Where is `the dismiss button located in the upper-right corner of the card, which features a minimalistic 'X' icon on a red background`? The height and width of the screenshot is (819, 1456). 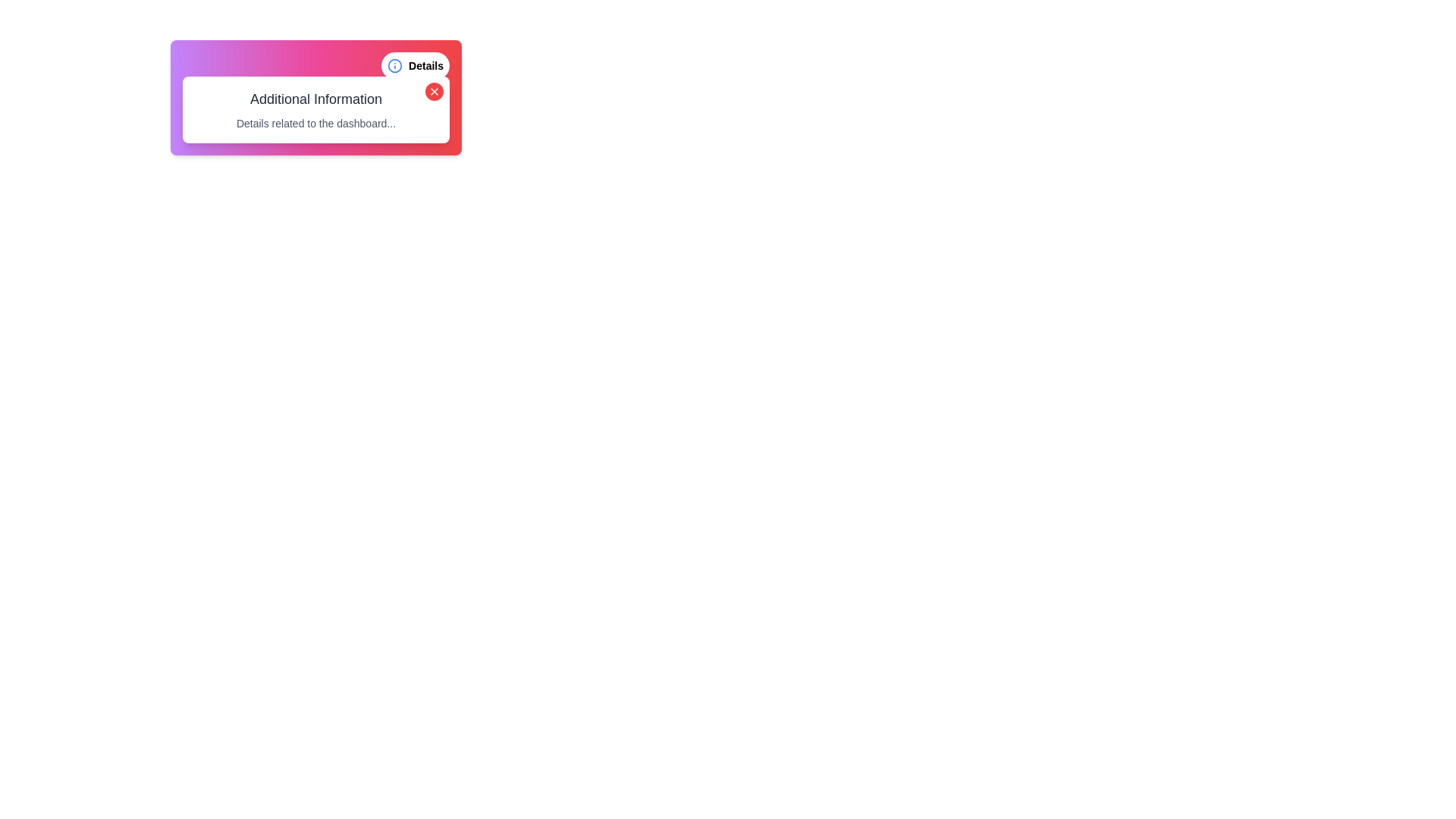
the dismiss button located in the upper-right corner of the card, which features a minimalistic 'X' icon on a red background is located at coordinates (433, 91).